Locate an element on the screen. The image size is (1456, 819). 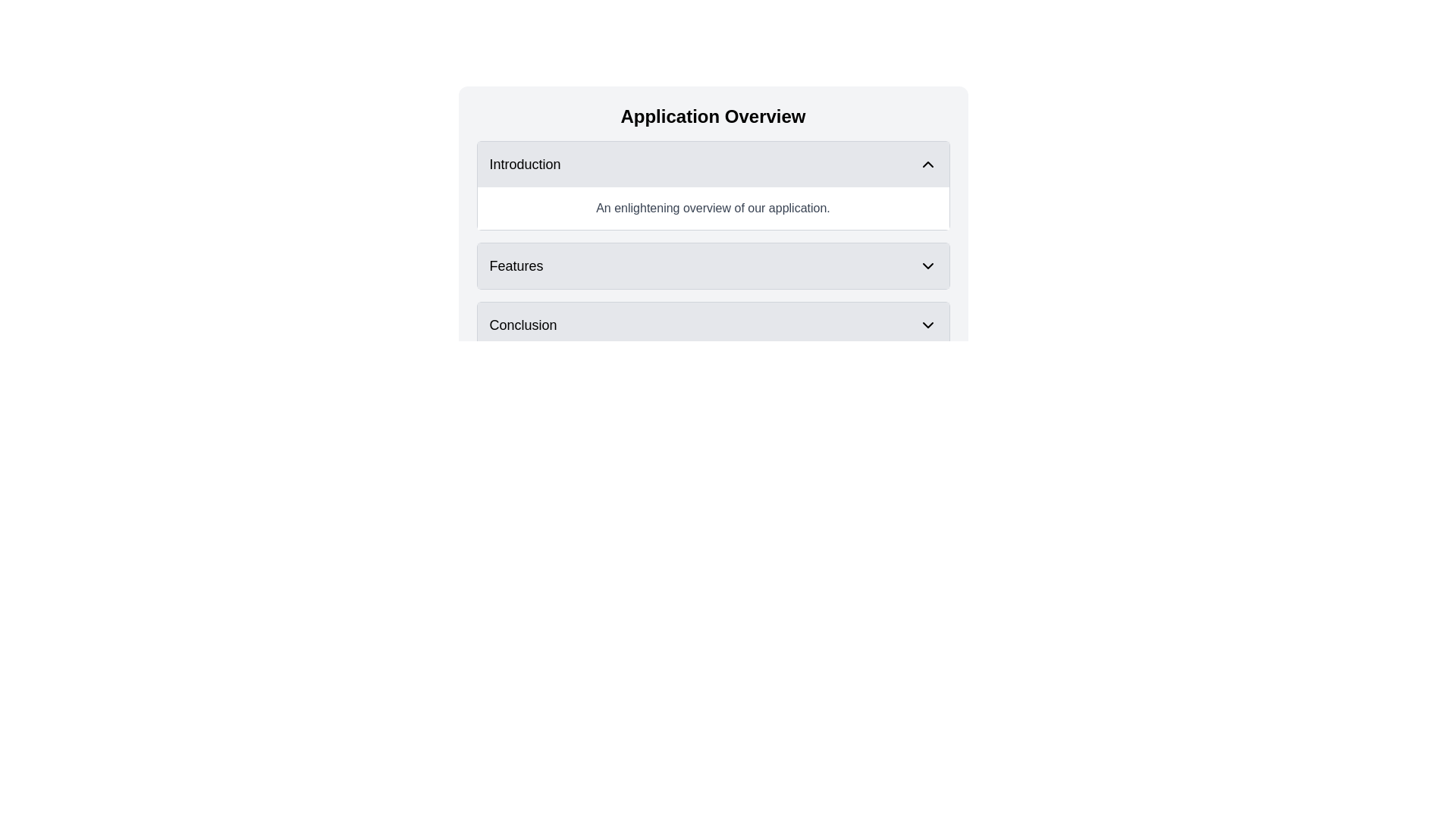
the Accordion Header for keyboard interaction is located at coordinates (712, 324).